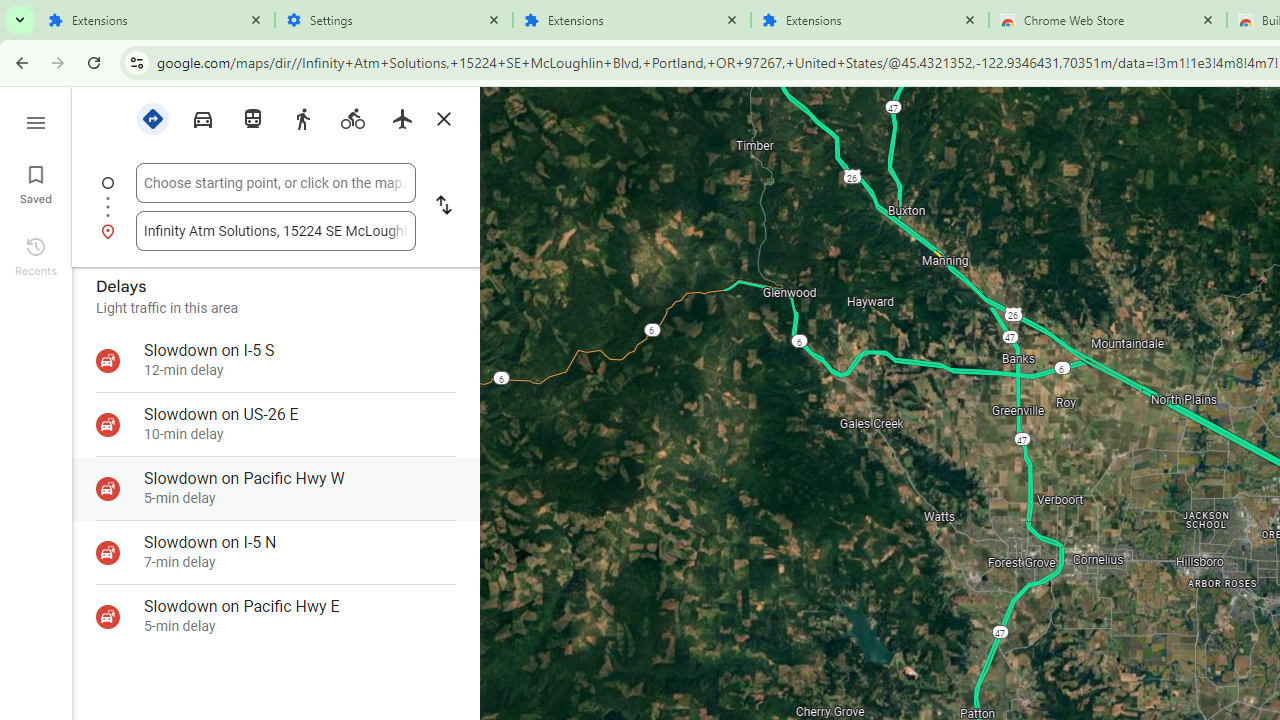 The width and height of the screenshot is (1280, 720). I want to click on 'Extensions', so click(155, 20).